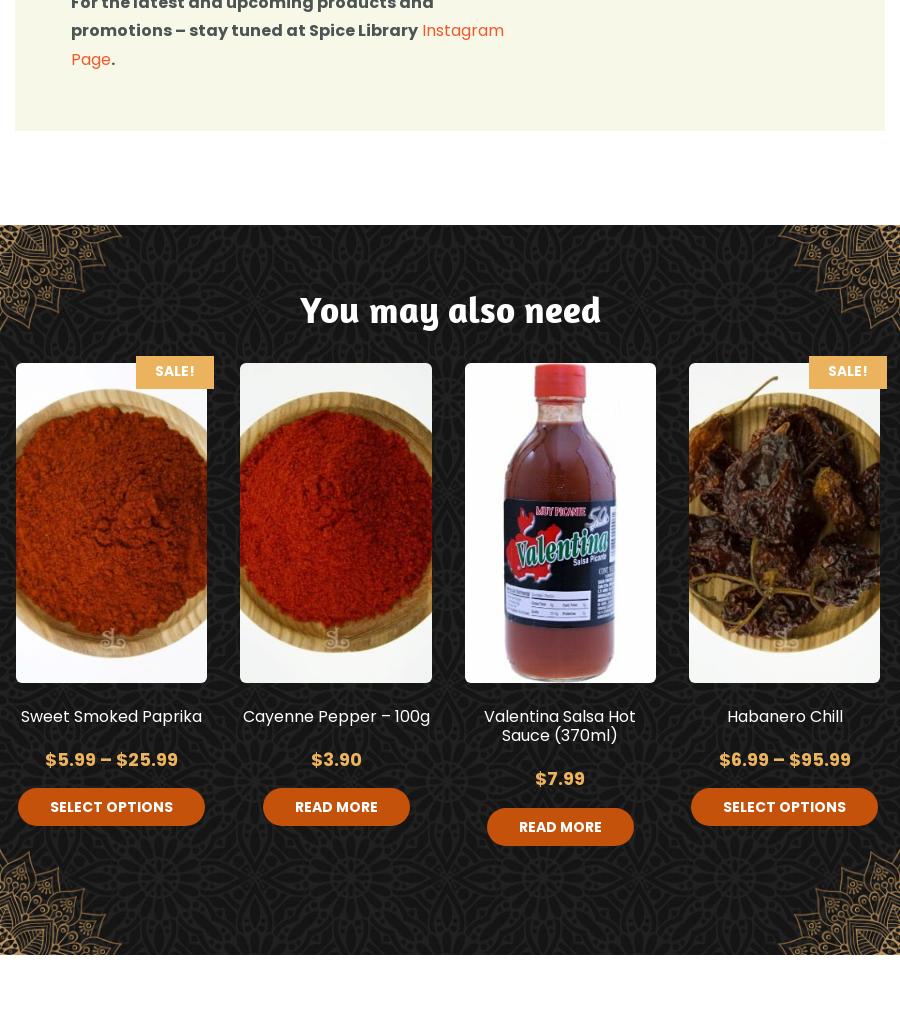  I want to click on 'Sweet Smoked Paprika', so click(19, 715).